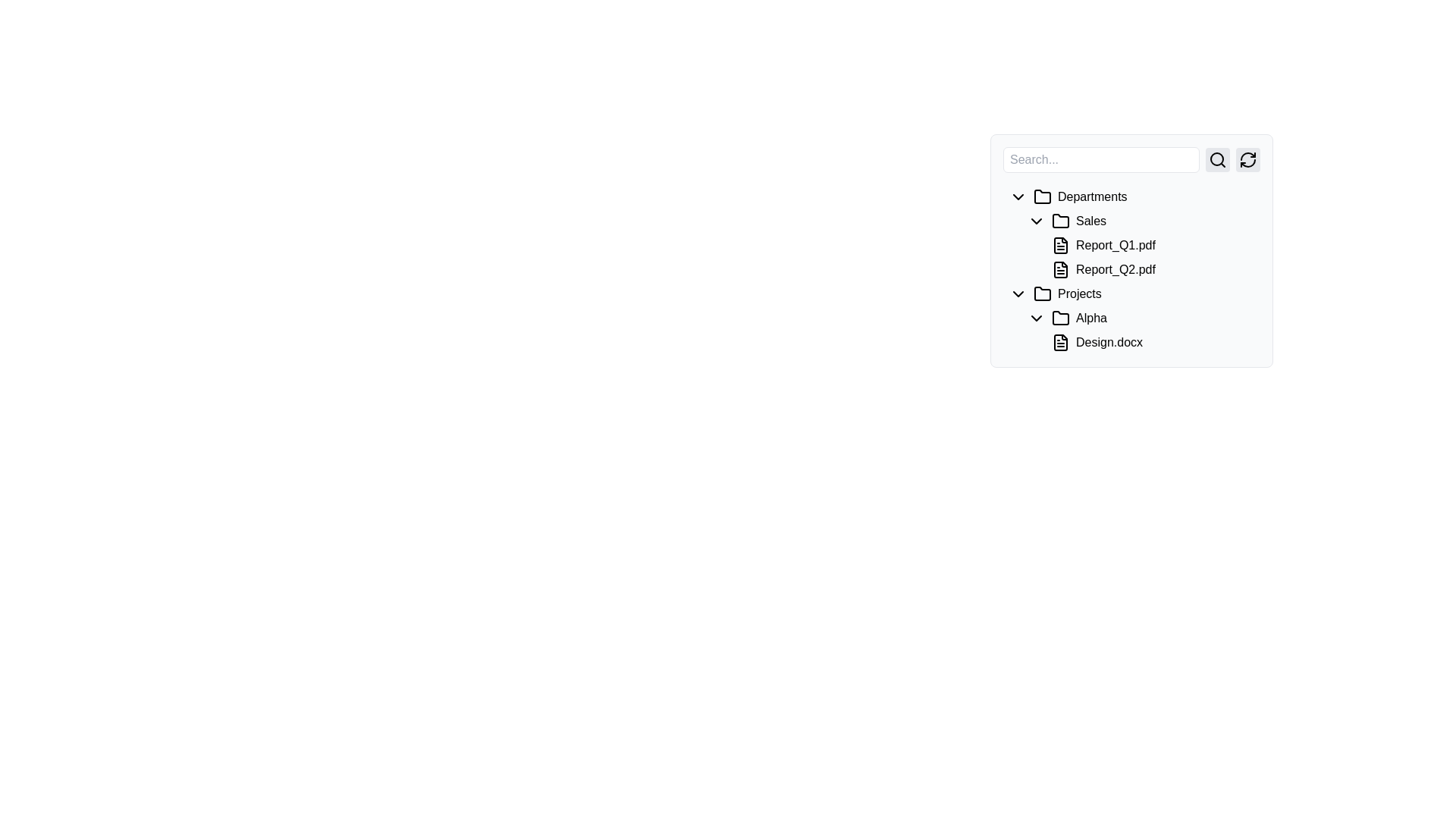 The image size is (1456, 819). Describe the element at coordinates (1062, 245) in the screenshot. I see `the document file icon located in the file explorer interface under the 'Sales' folder, positioned to the left of the label 'Report_Q1.pdf', to interact with the file` at that location.